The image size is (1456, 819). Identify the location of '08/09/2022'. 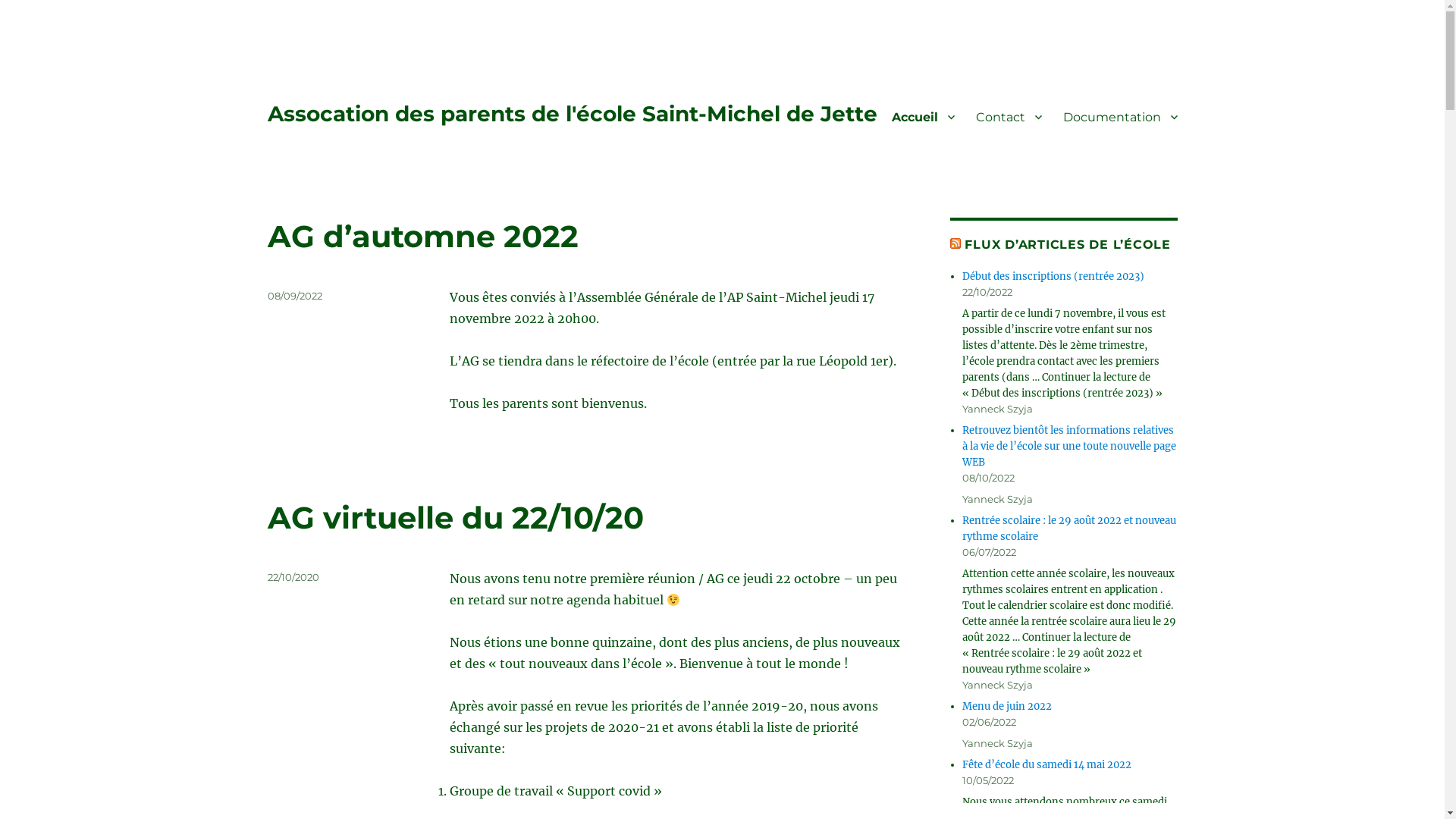
(294, 295).